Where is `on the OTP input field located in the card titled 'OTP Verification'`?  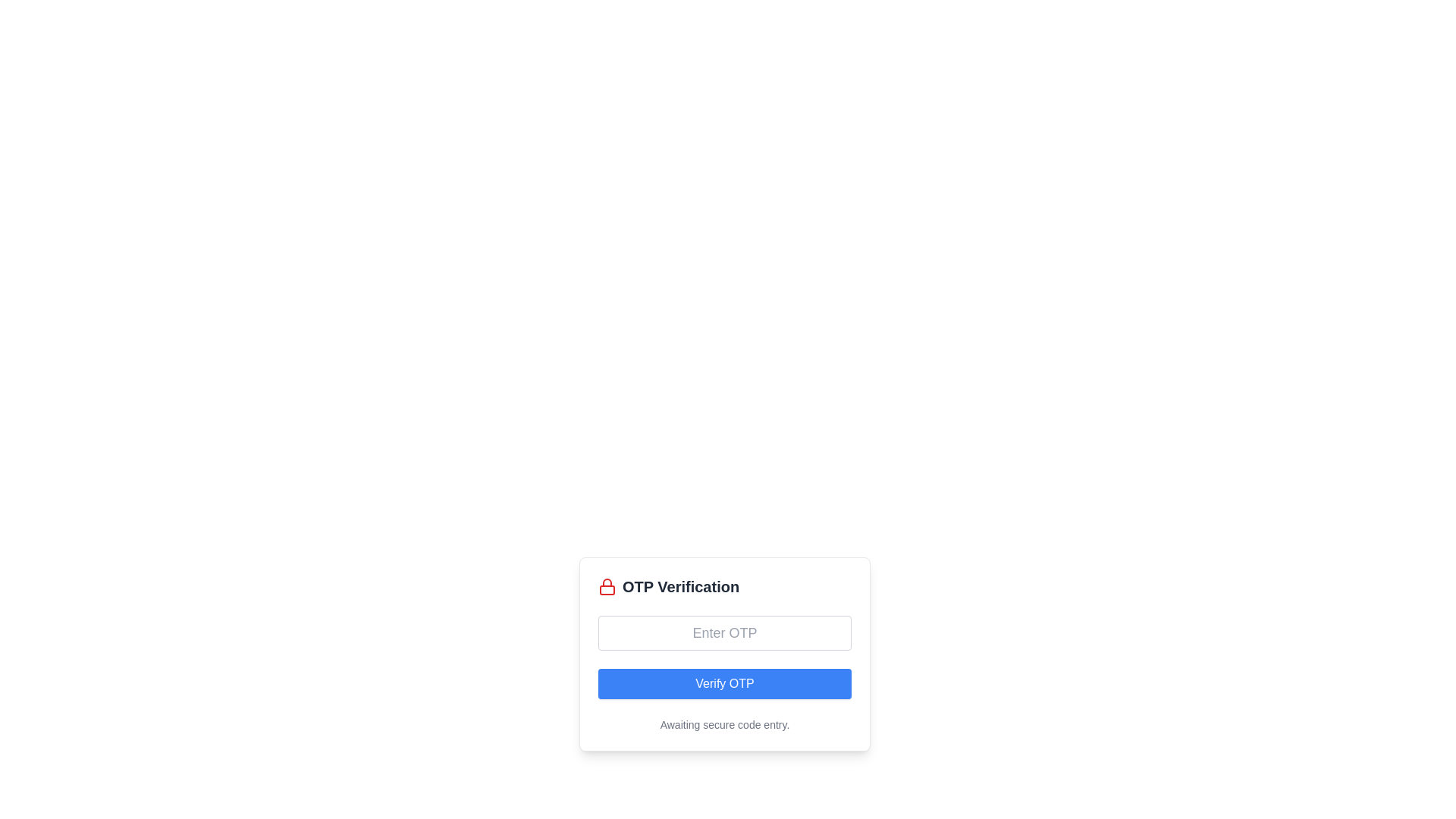 on the OTP input field located in the card titled 'OTP Verification' is located at coordinates (723, 632).